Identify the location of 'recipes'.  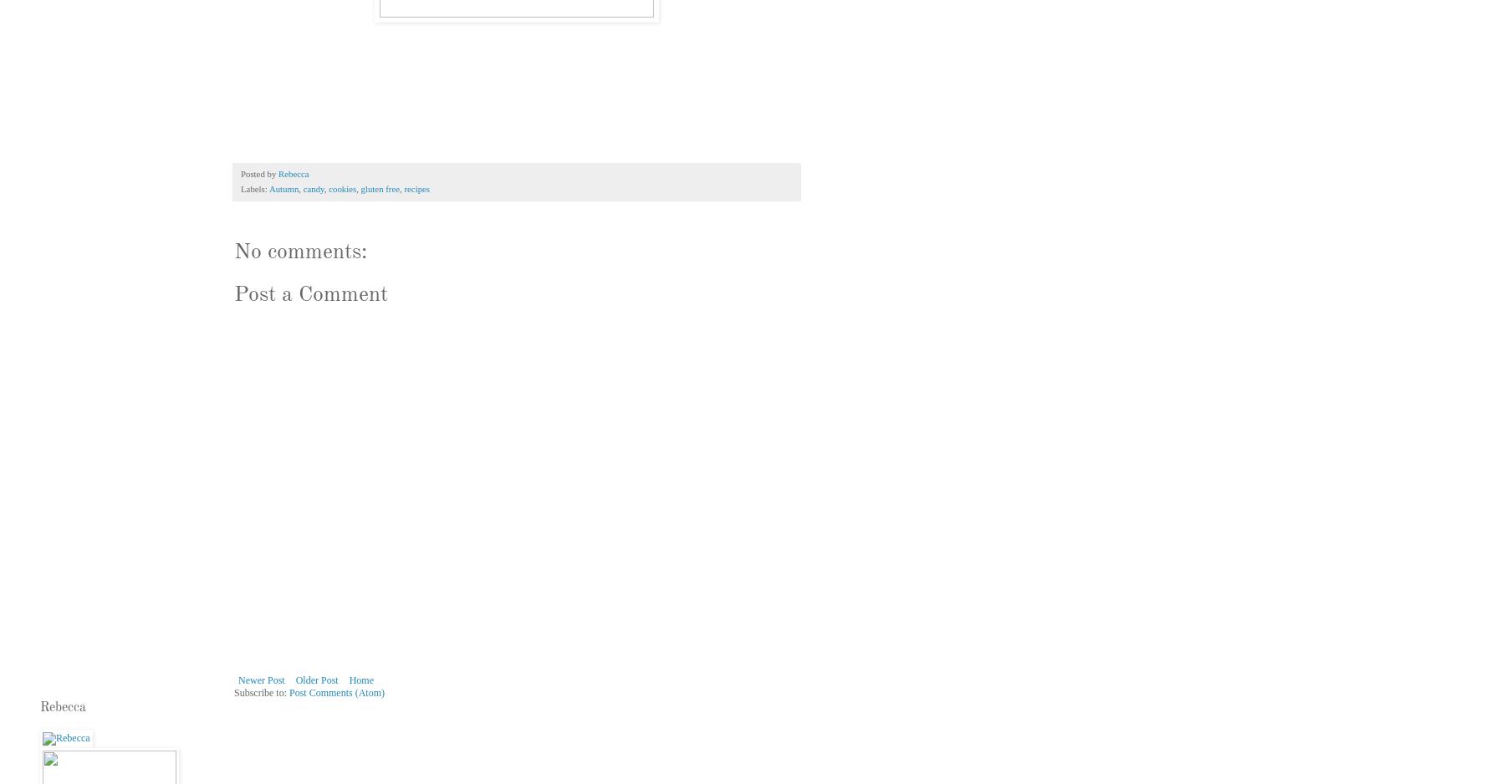
(416, 188).